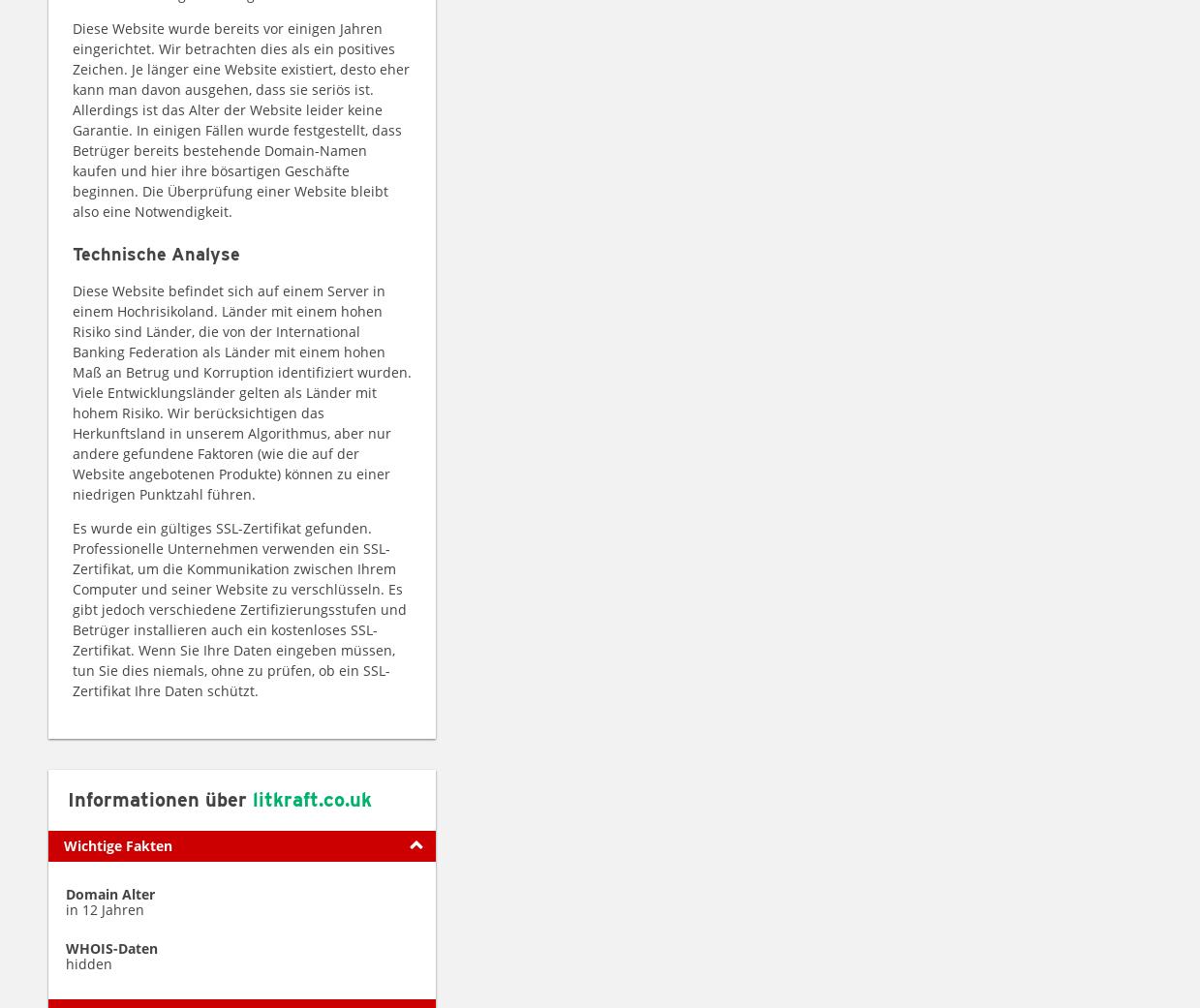 The width and height of the screenshot is (1200, 1008). Describe the element at coordinates (312, 798) in the screenshot. I see `'litkraft.co.uk'` at that location.